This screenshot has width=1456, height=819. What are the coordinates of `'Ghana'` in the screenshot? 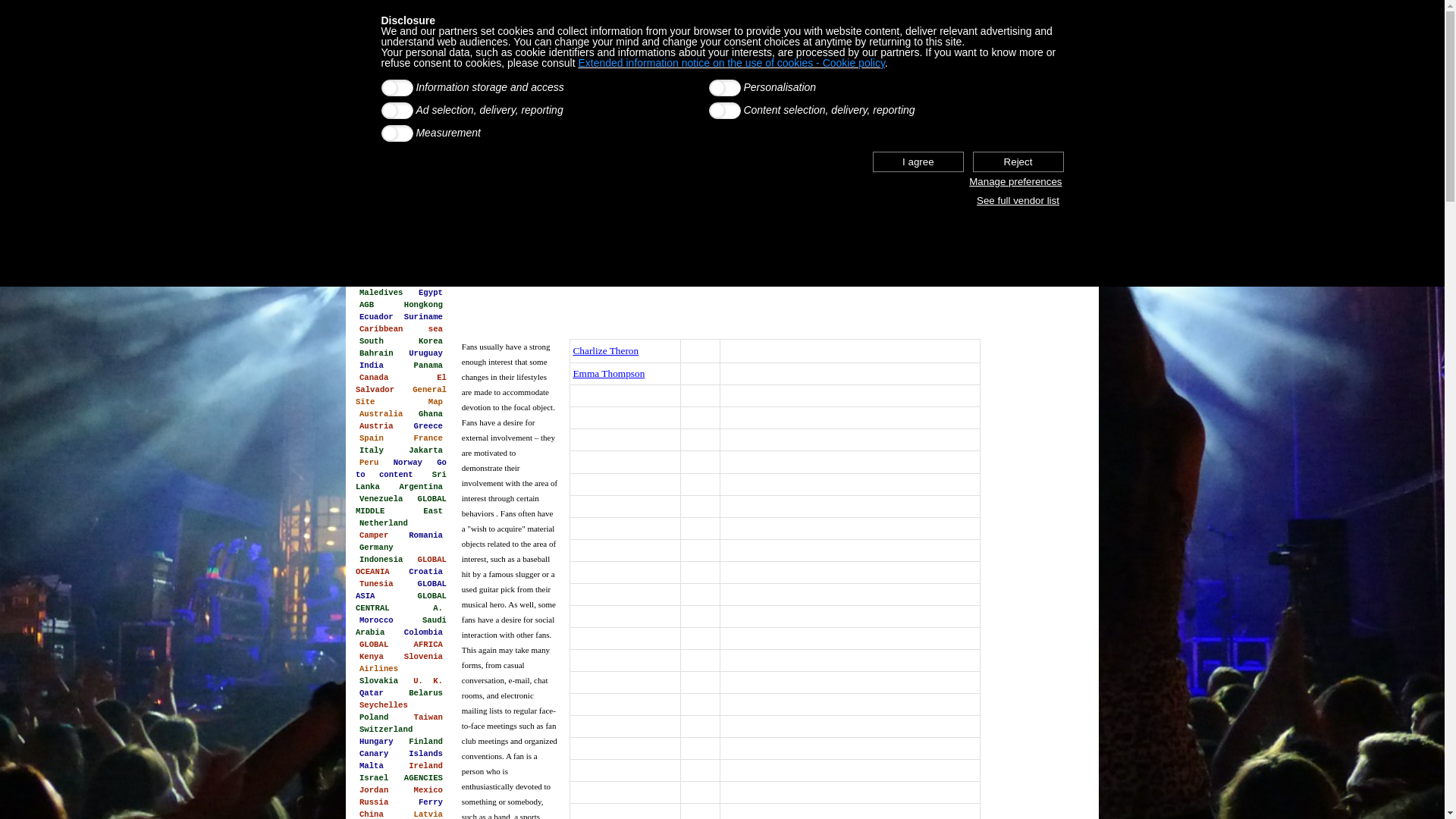 It's located at (429, 414).